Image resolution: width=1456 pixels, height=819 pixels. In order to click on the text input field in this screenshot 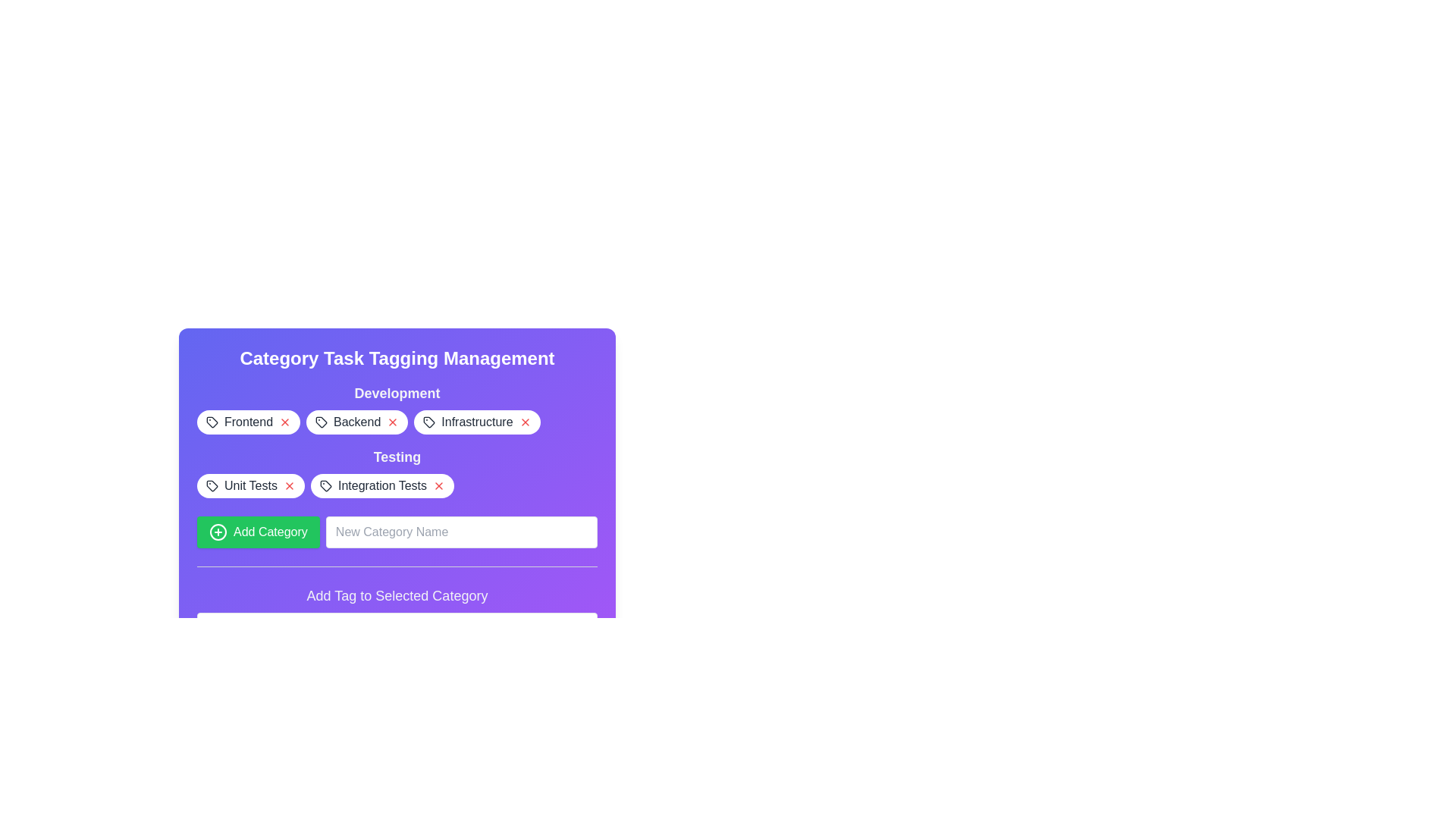, I will do `click(397, 513)`.